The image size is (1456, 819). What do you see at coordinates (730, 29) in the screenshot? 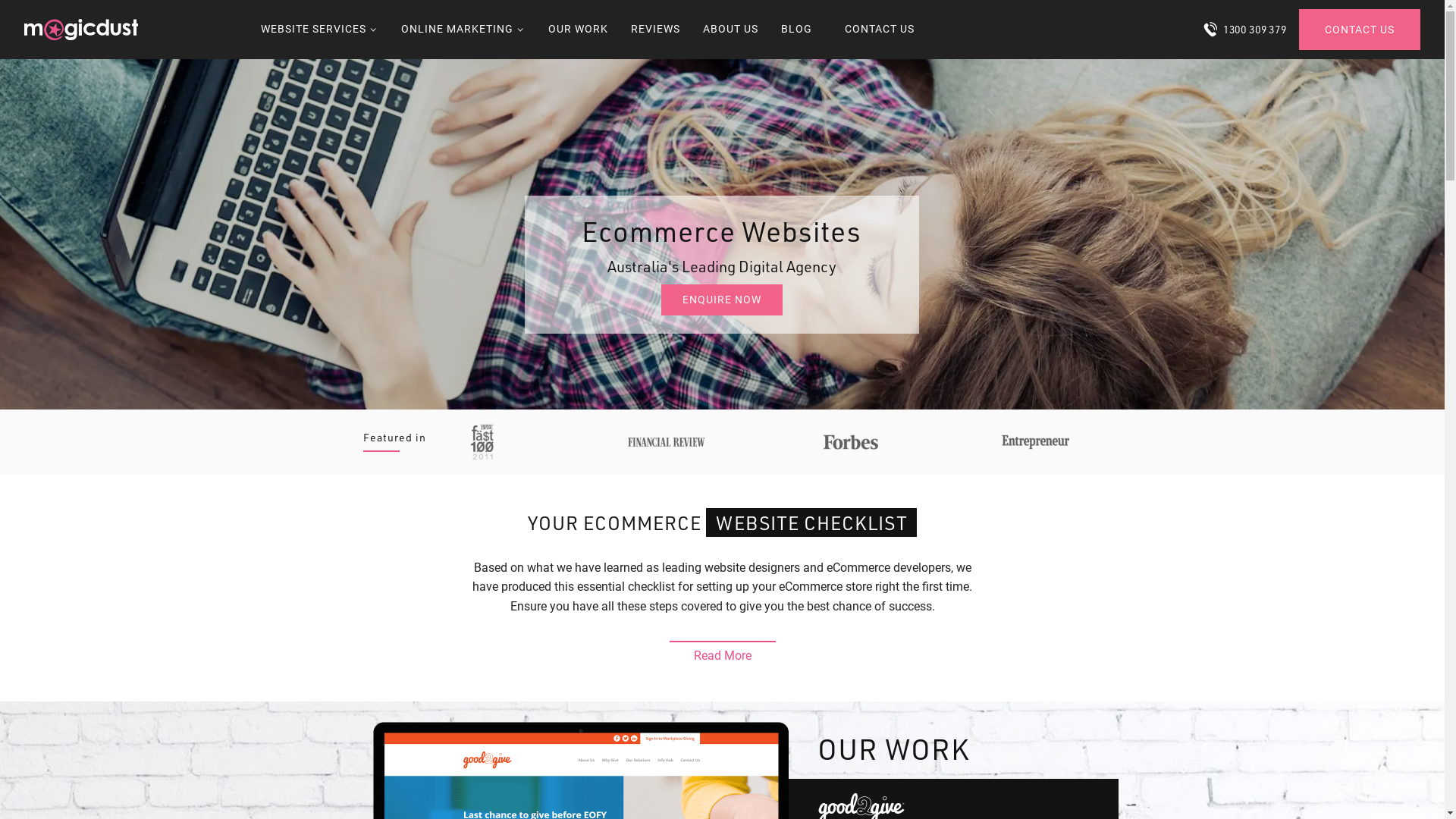
I see `'ABOUT US'` at bounding box center [730, 29].